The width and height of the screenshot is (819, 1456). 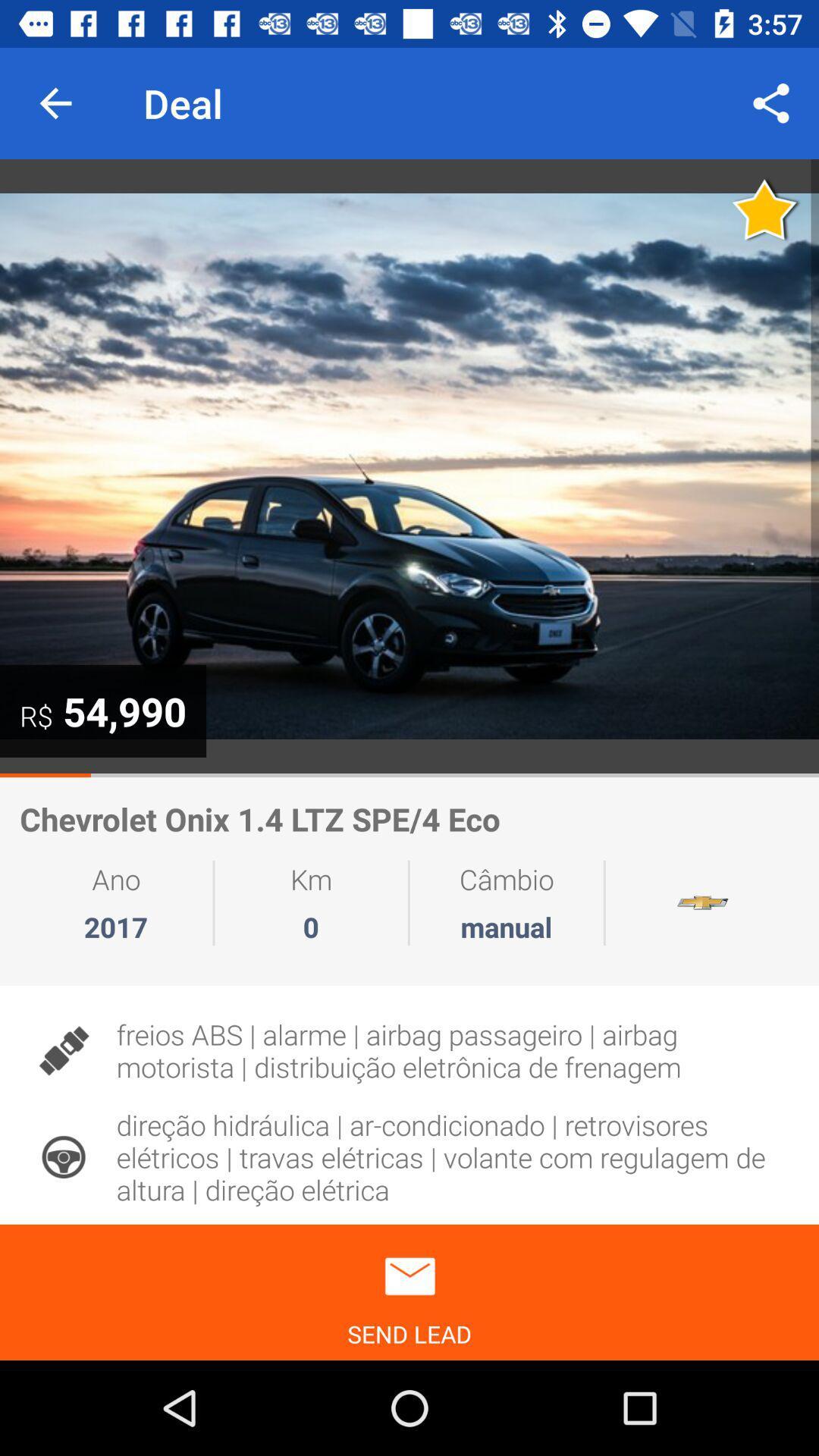 What do you see at coordinates (765, 209) in the screenshot?
I see `favourite option` at bounding box center [765, 209].